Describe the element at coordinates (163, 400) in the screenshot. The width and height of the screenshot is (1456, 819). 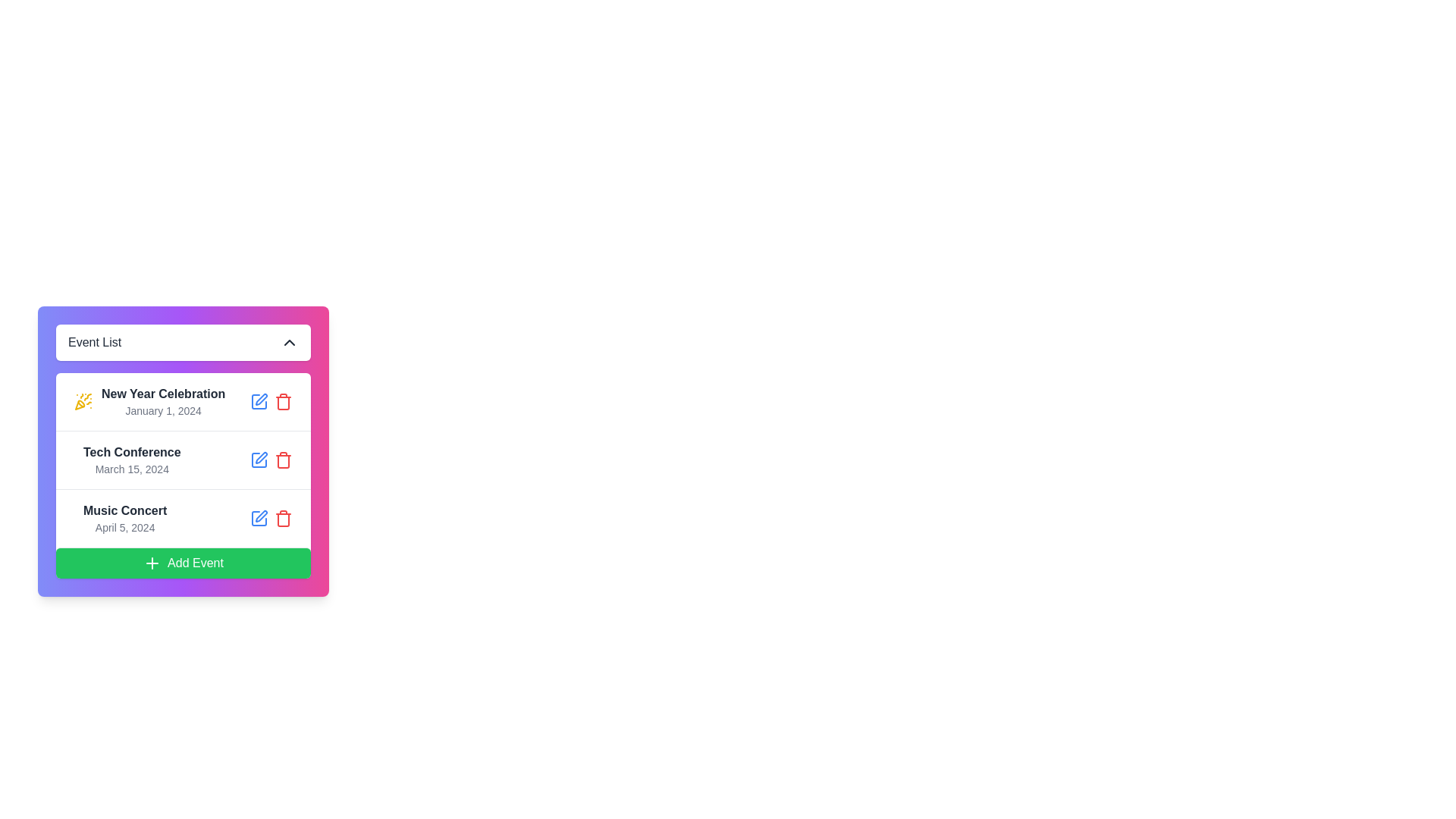
I see `the text display containing 'New Year Celebration' and 'January 1, 2024', located in the first row of the event list, to the right of the yellow party-popper icon` at that location.